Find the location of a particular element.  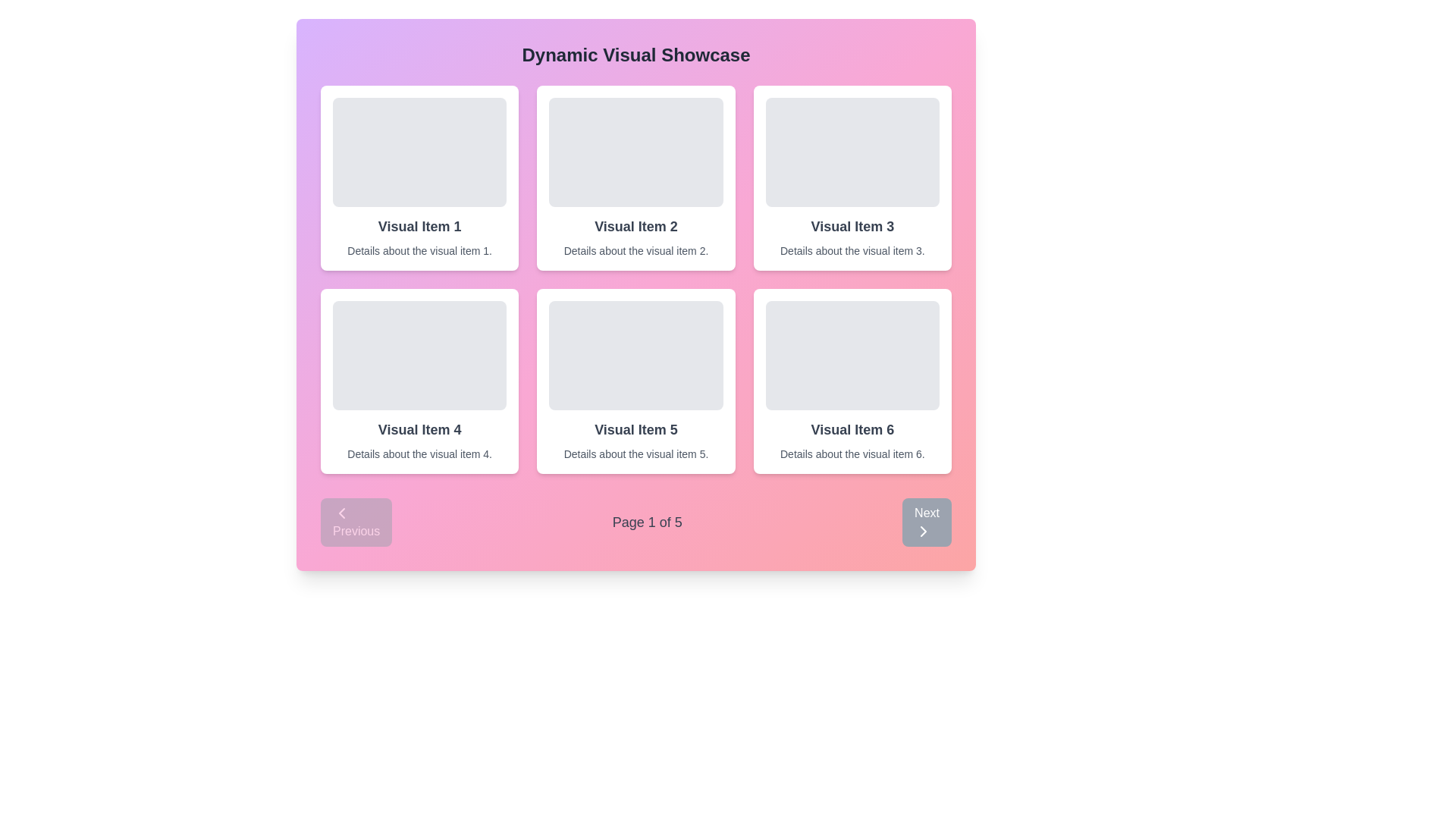

the descriptive text label located in the bottom section of the card labeled 'Visual Item 5', which is centrally aligned and positioned below the title is located at coordinates (636, 453).